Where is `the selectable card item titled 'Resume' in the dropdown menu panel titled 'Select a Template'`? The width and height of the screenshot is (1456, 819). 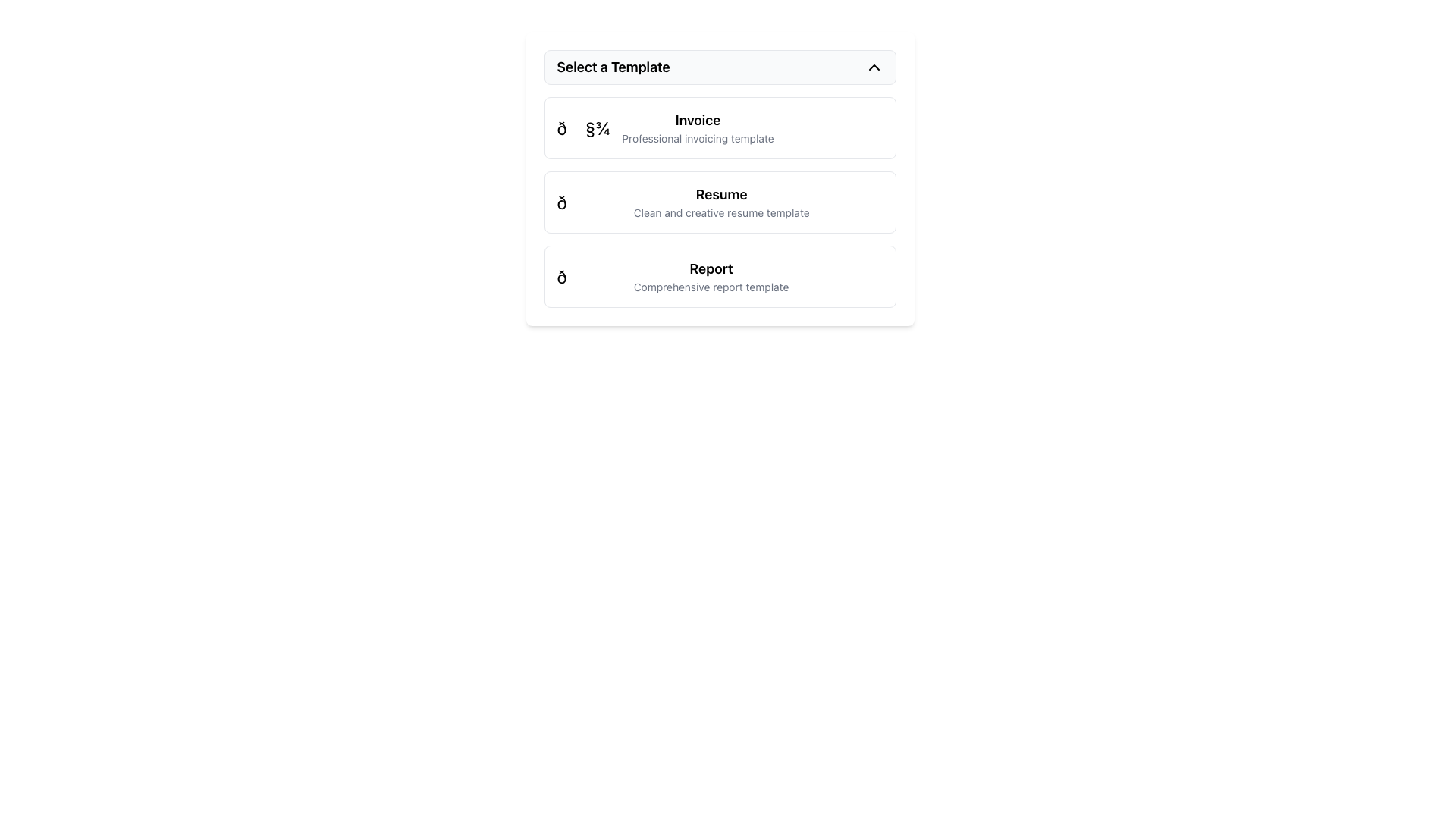 the selectable card item titled 'Resume' in the dropdown menu panel titled 'Select a Template' is located at coordinates (719, 201).